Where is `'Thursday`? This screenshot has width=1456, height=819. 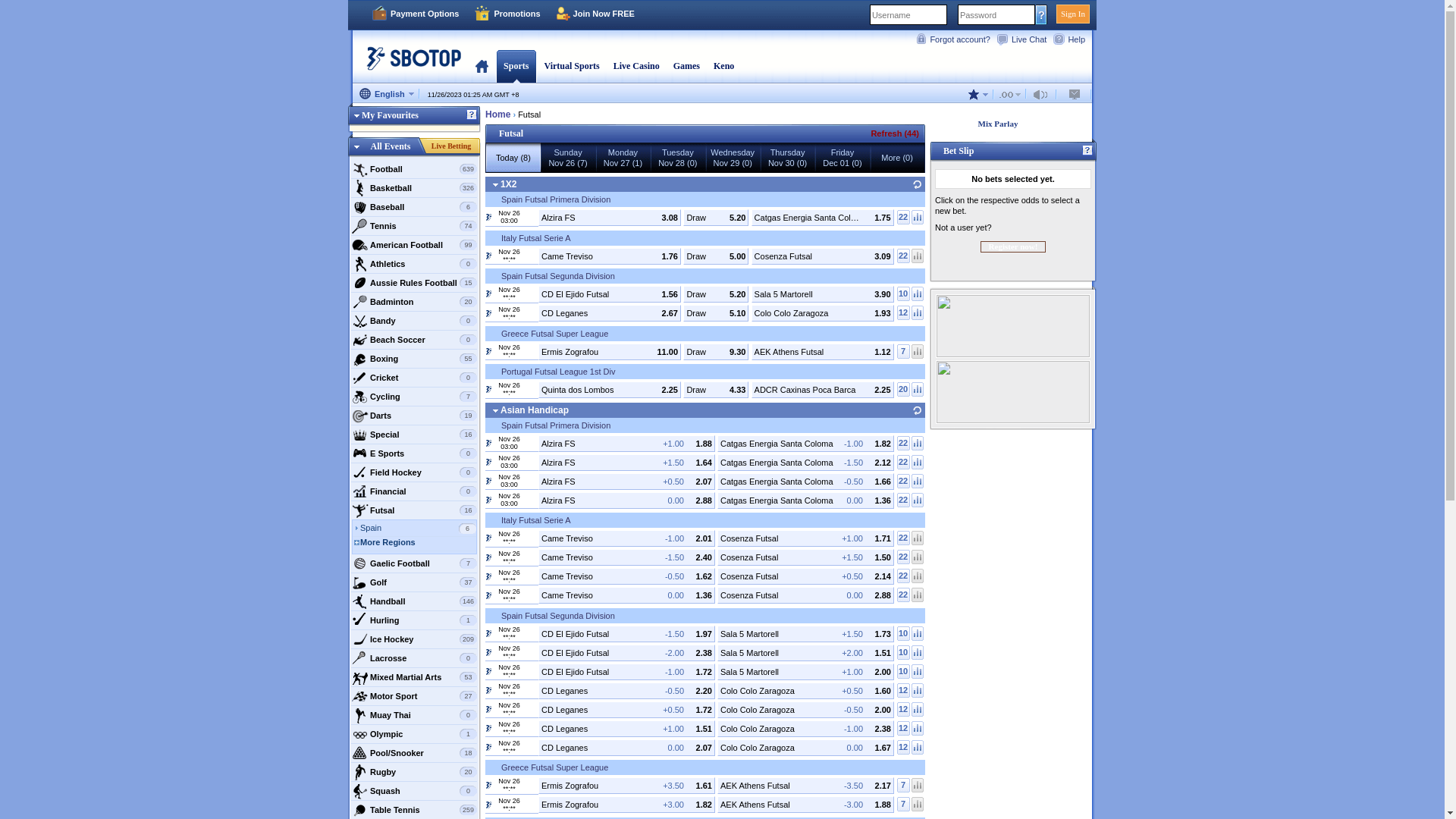 'Thursday is located at coordinates (786, 158).